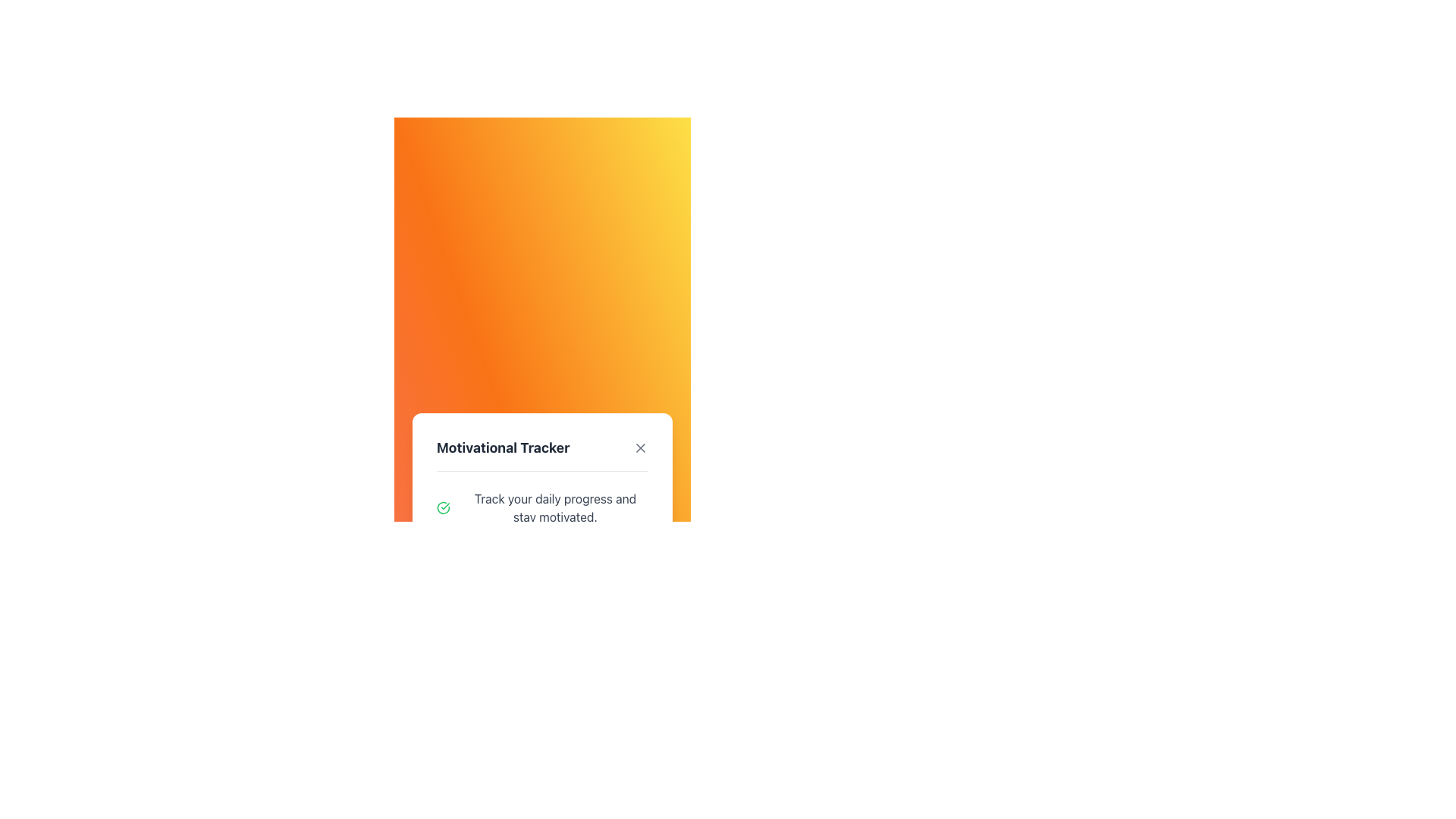  I want to click on the circular green icon with a checkmark indicating completed status, located to the left of the text 'Track your daily progress and stay motivated.', so click(443, 507).